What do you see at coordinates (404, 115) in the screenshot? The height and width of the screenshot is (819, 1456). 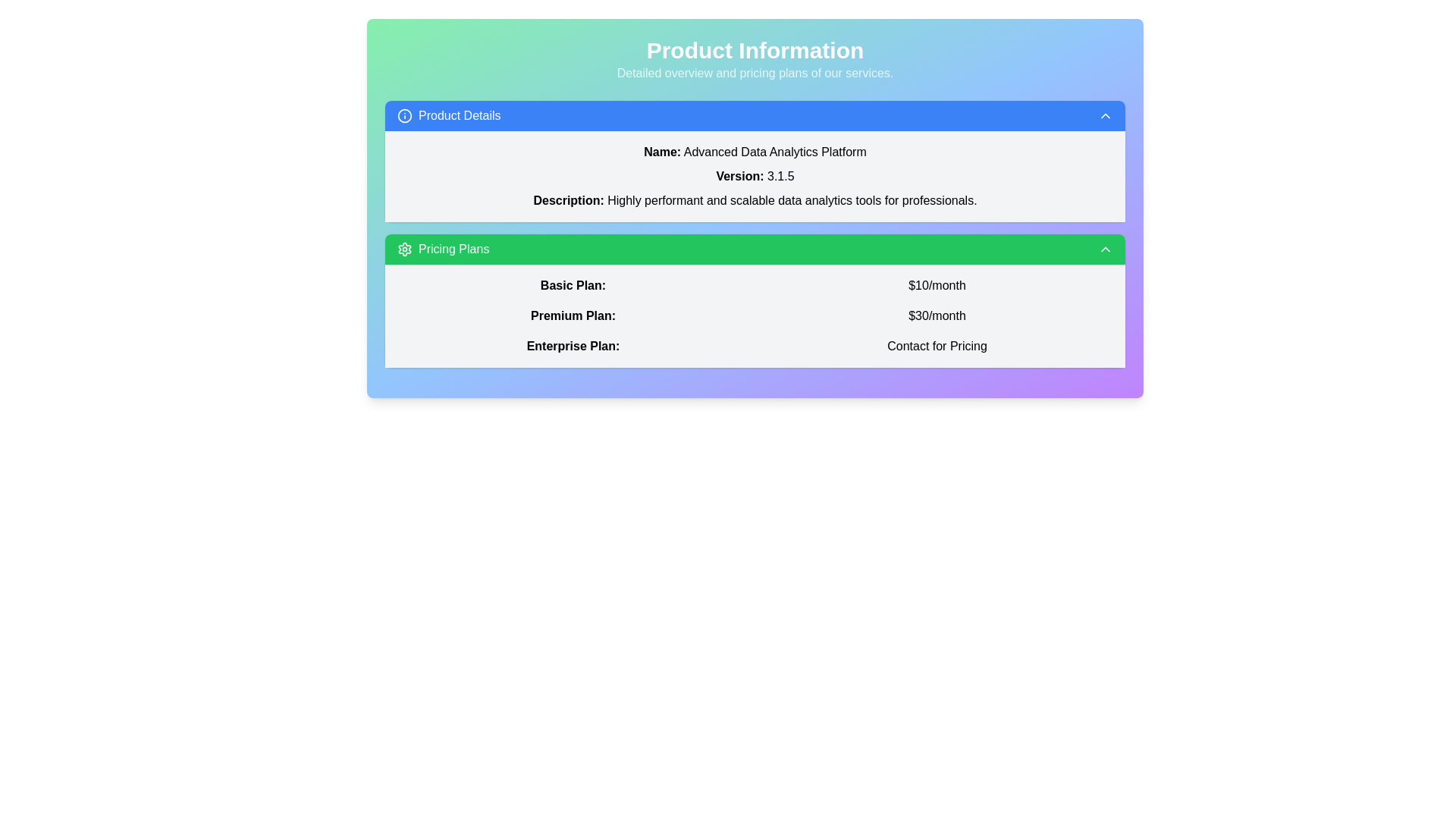 I see `the small SVG icon located to the left of the 'Product Details' text inside a blue rectangular box` at bounding box center [404, 115].